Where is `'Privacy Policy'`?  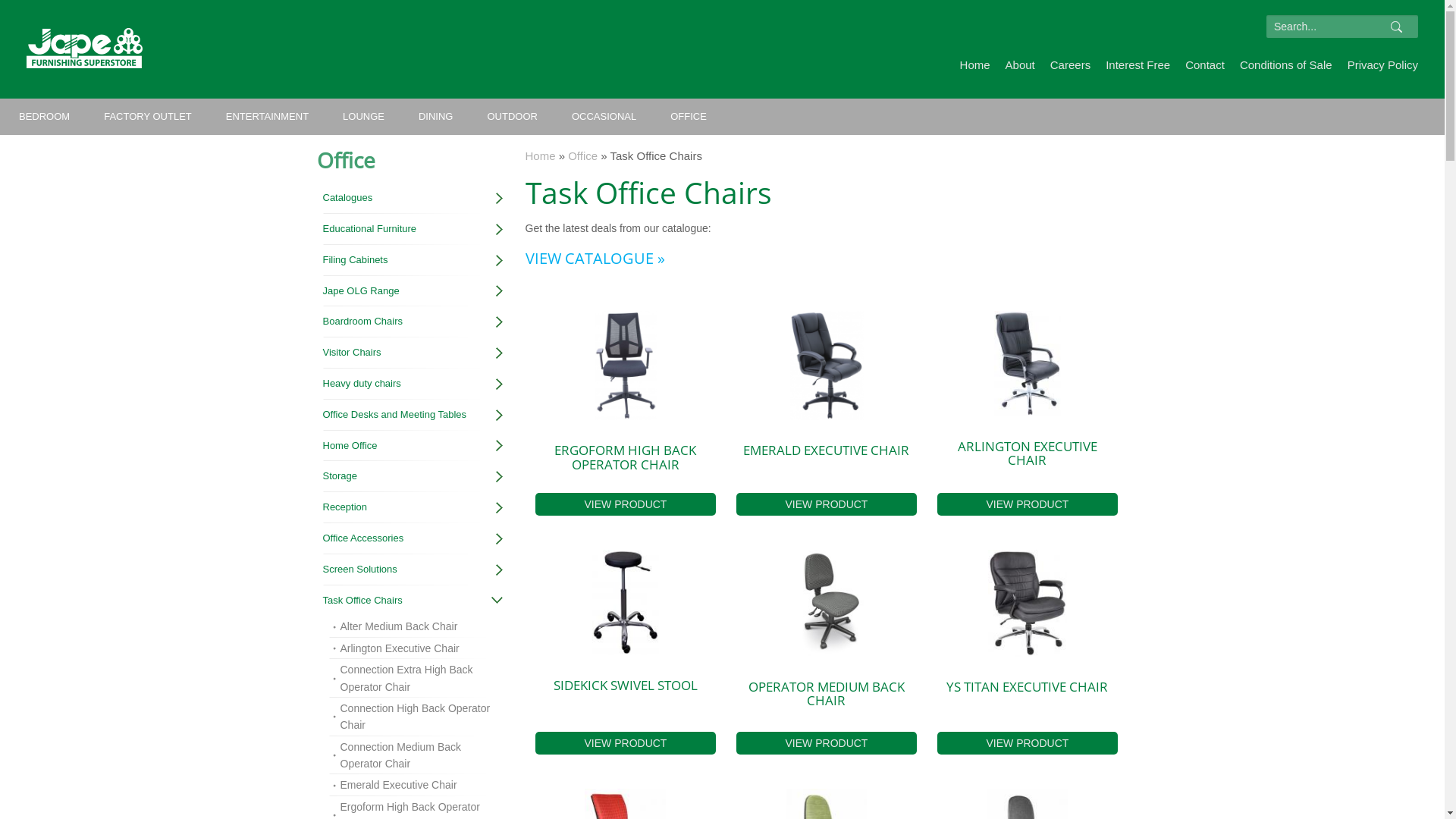
'Privacy Policy' is located at coordinates (1382, 64).